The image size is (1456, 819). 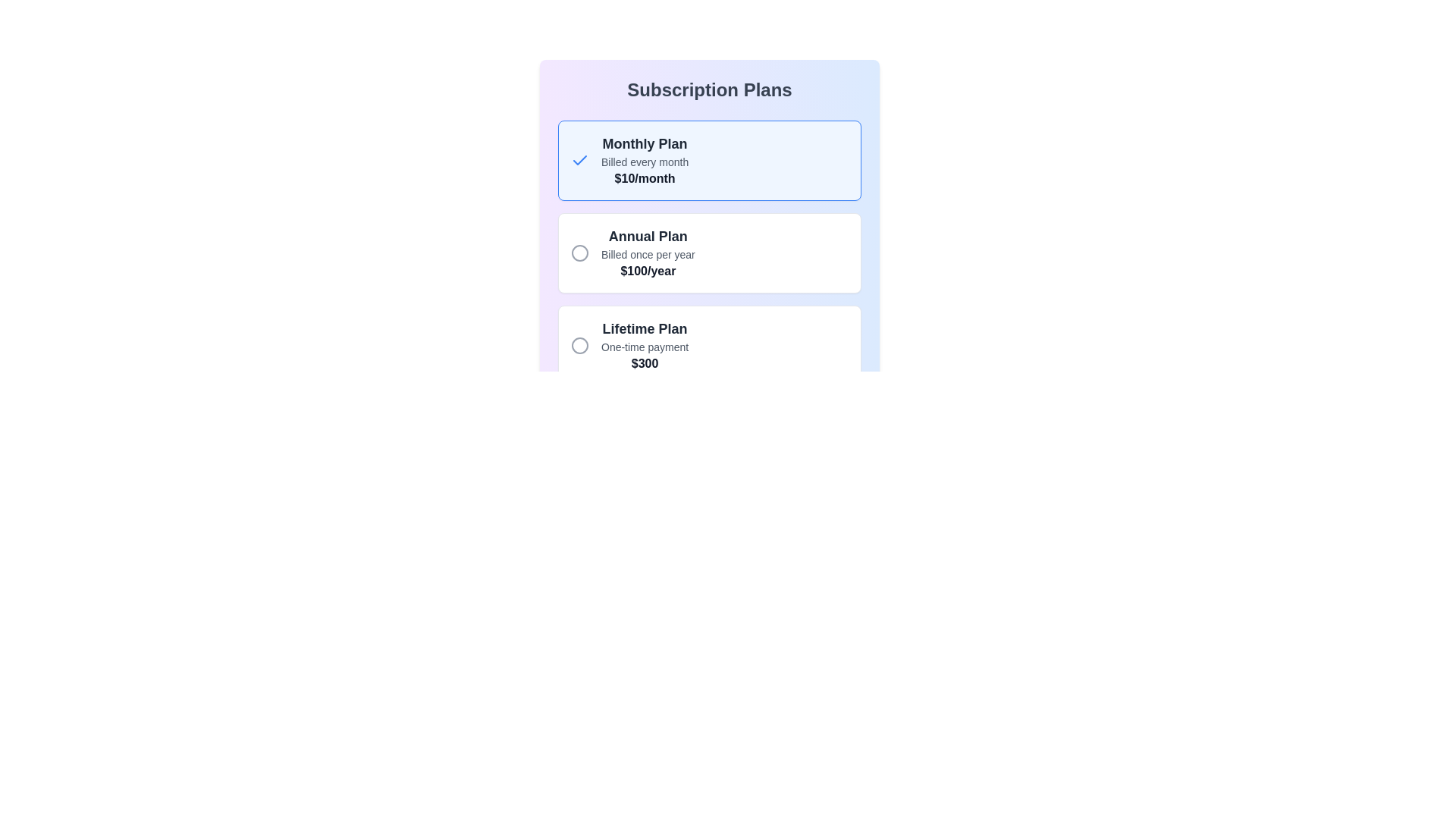 I want to click on text content of the text block that displays 'Lifetime Plan', 'One-time payment', and '$300', positioned at the bottom of the layout as the third plan option in a vertical list of subscription plans, so click(x=645, y=345).